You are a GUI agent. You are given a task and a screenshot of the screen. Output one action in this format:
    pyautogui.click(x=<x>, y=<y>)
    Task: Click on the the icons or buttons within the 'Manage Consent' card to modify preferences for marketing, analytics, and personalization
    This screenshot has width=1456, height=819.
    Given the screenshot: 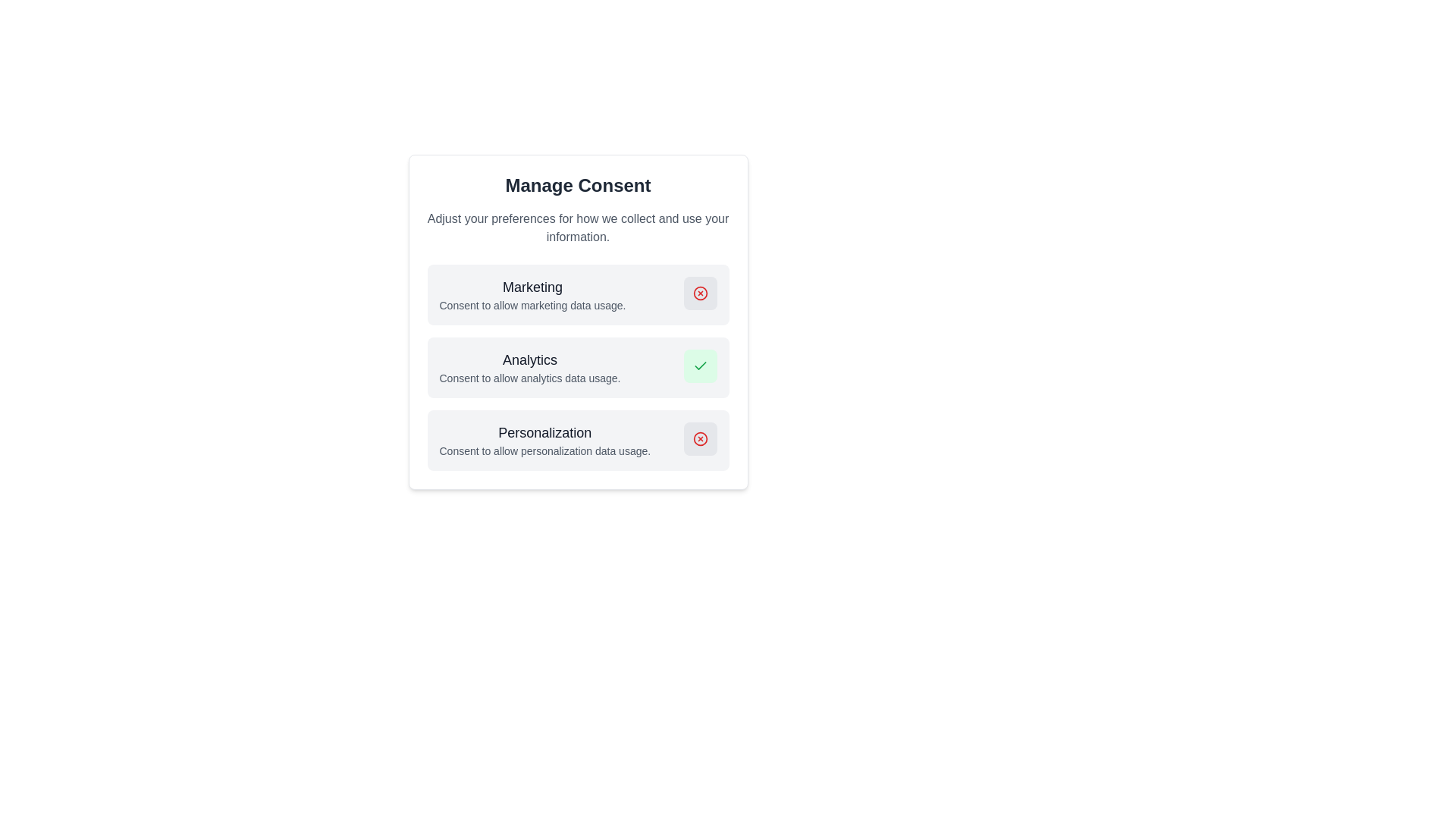 What is the action you would take?
    pyautogui.click(x=577, y=321)
    